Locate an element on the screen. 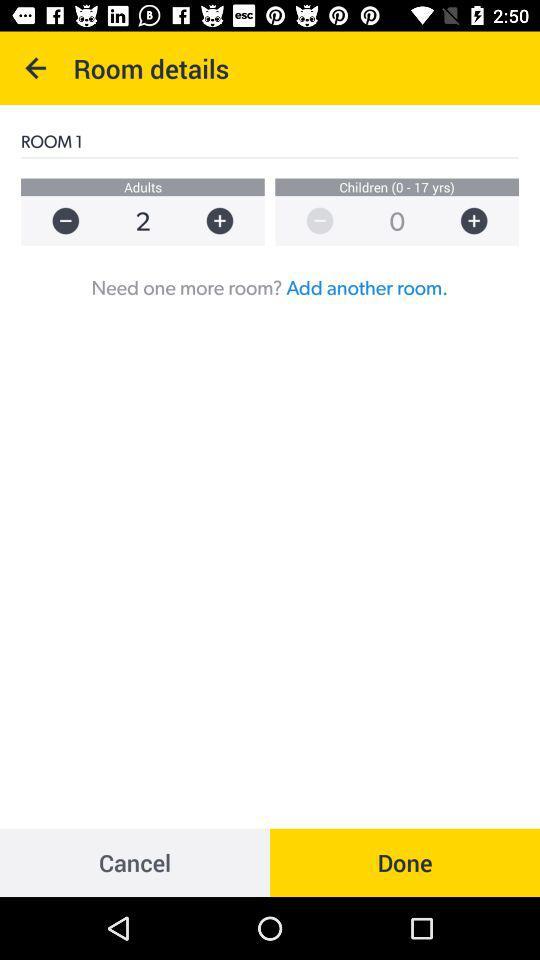 The width and height of the screenshot is (540, 960). increase the number of adults is located at coordinates (228, 221).